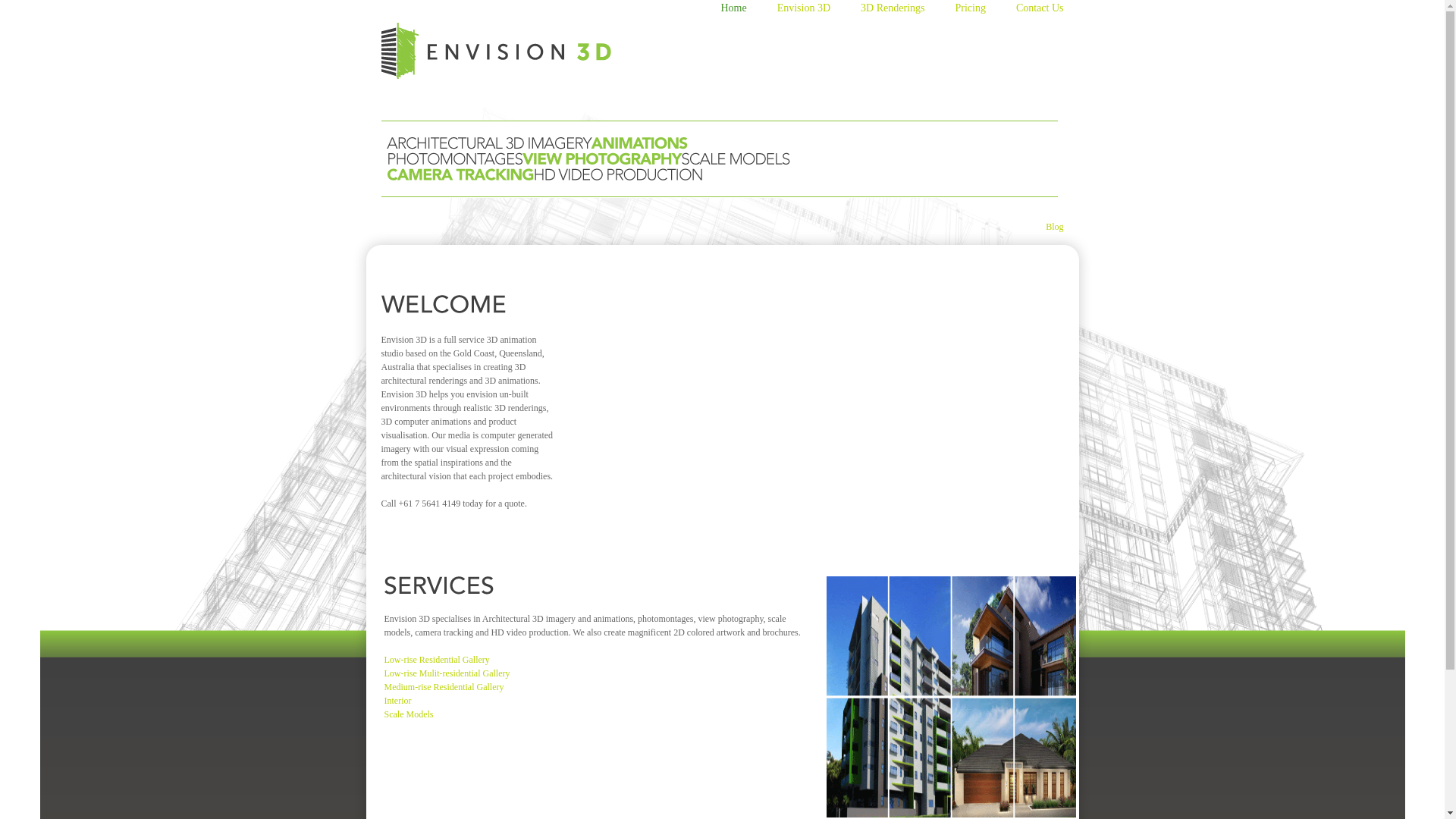 This screenshot has width=1456, height=819. Describe the element at coordinates (977, 10) in the screenshot. I see `'Pricing'` at that location.